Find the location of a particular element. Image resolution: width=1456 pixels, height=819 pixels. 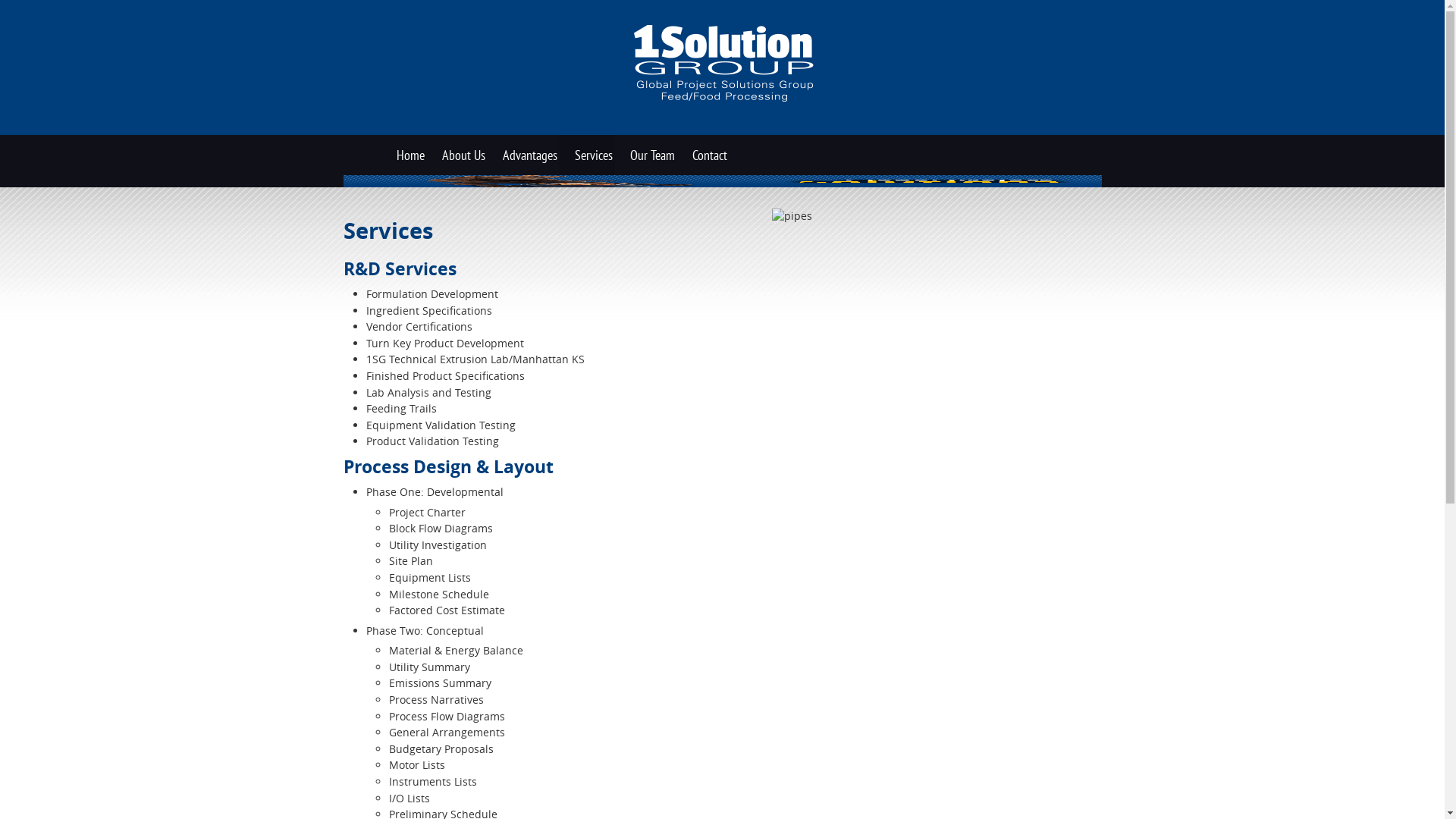

'Our Team' is located at coordinates (614, 155).